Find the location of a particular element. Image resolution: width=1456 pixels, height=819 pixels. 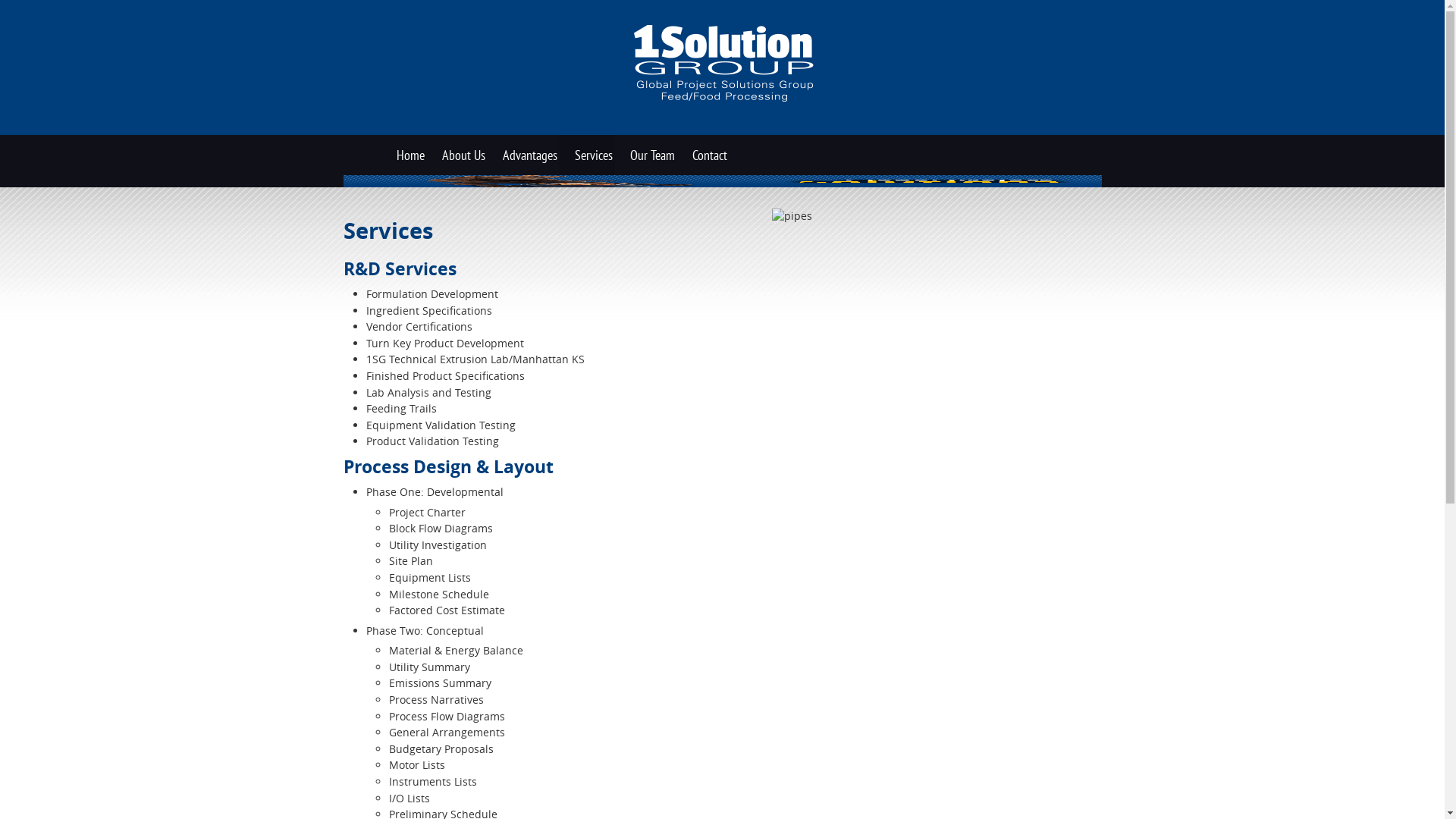

'Our Team' is located at coordinates (614, 155).